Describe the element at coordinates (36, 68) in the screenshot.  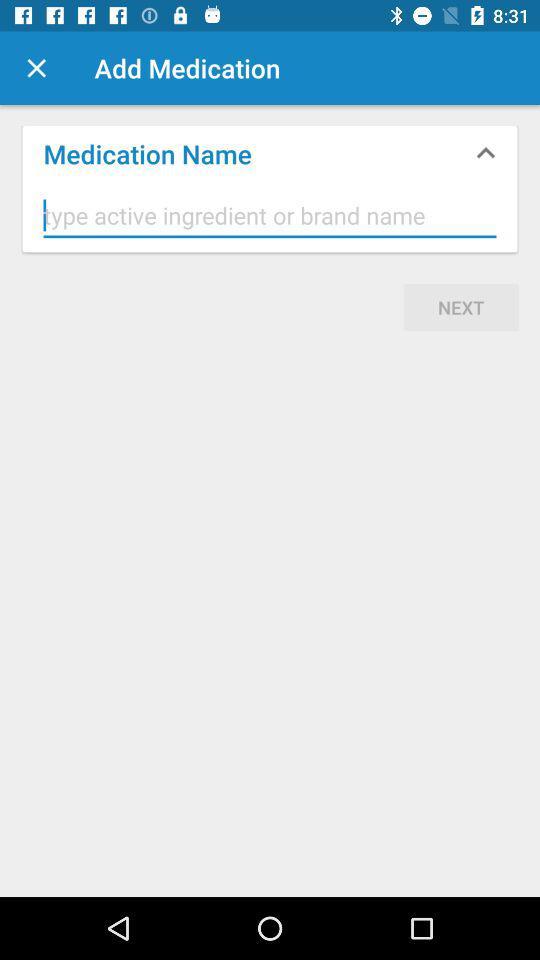
I see `cancel` at that location.